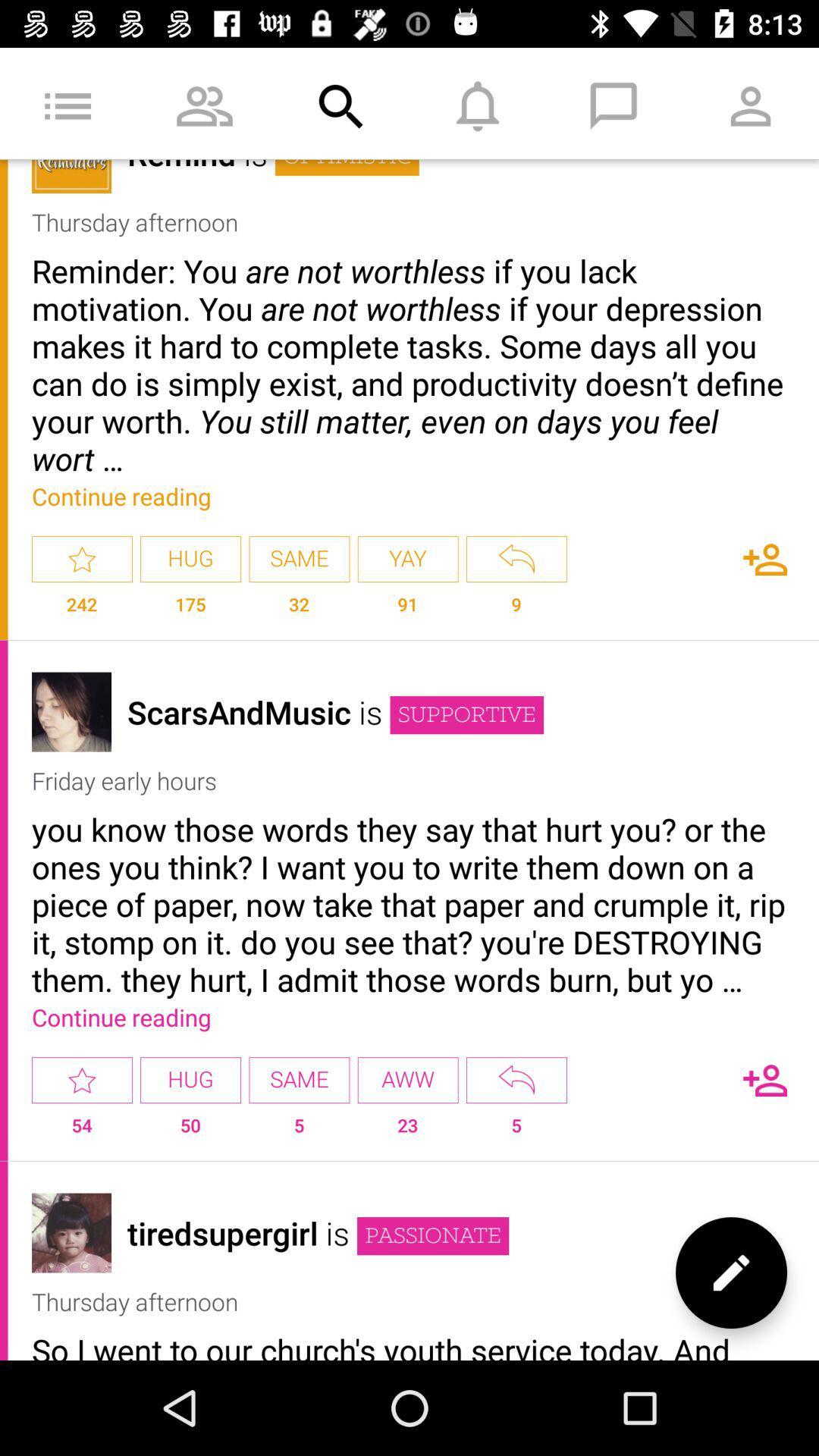  What do you see at coordinates (730, 1272) in the screenshot?
I see `icon to the right of passionate icon` at bounding box center [730, 1272].